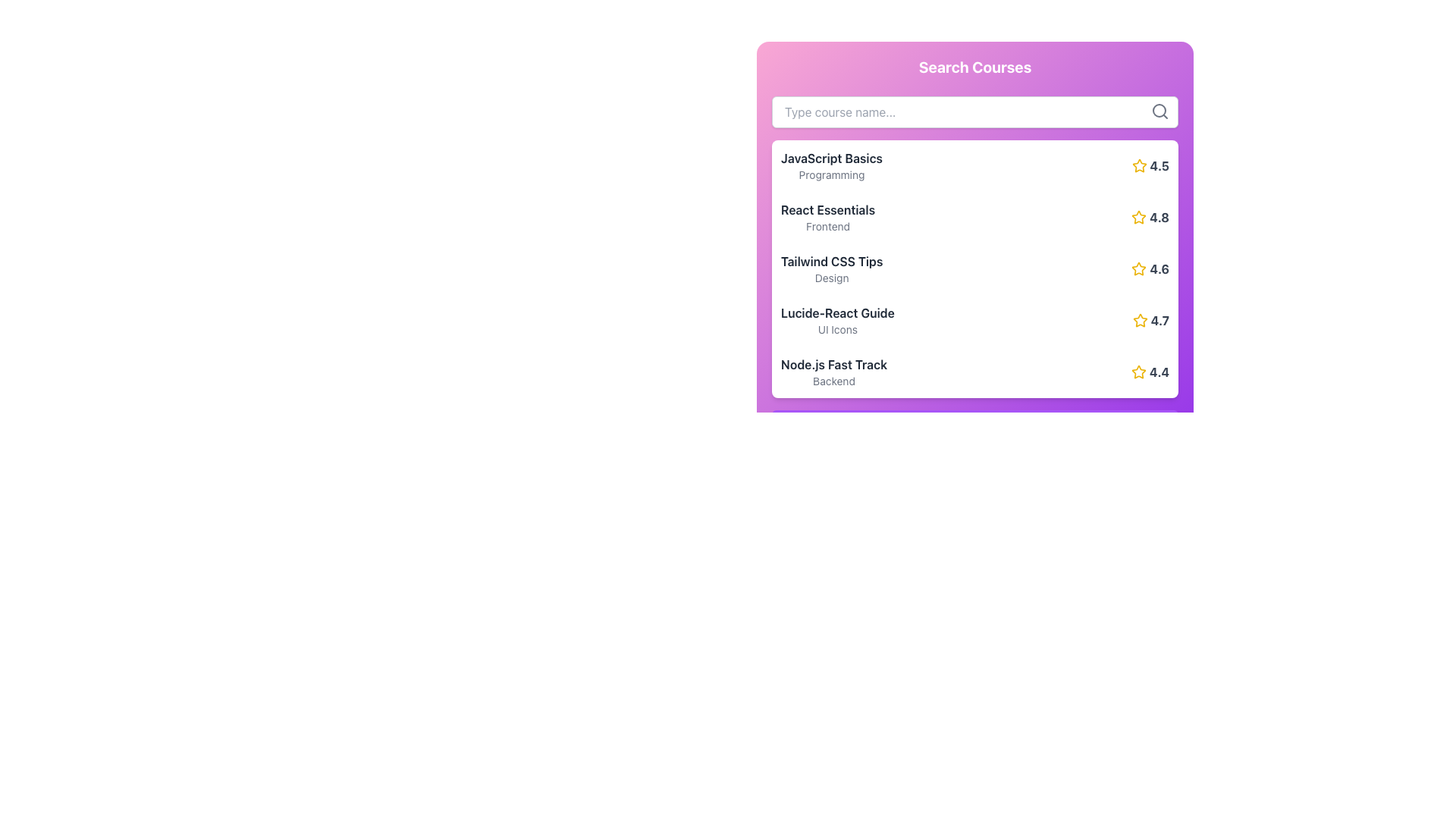 This screenshot has height=819, width=1456. I want to click on the second list item representing a selectable course option located below 'JavaScript Basics' and above 'Tailwind CSS Tips' in a panel with a gradient purple background, so click(975, 217).